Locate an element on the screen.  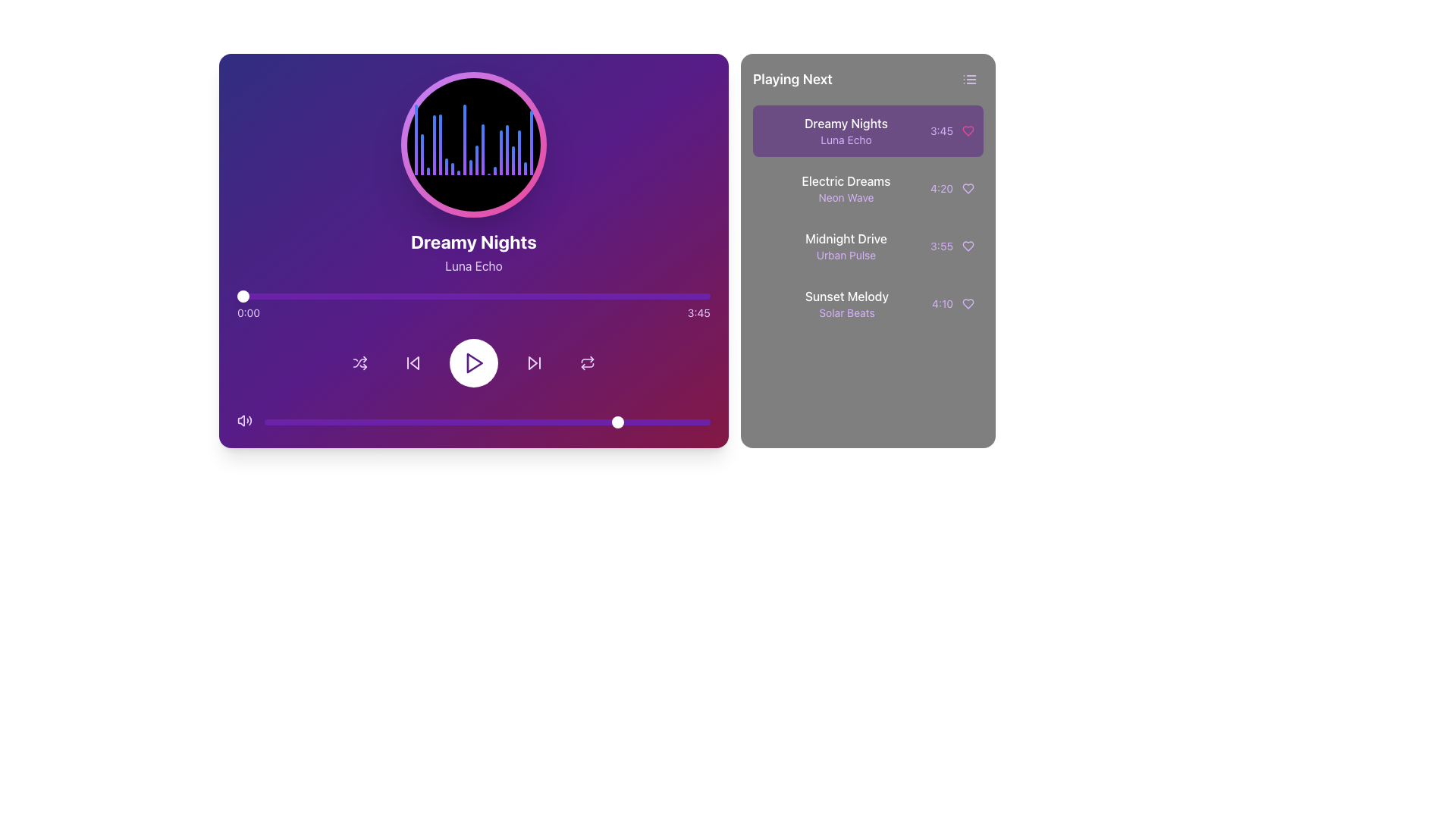
to select the music track titled 'Electric Dreams' with the subtitle 'Neon Wave' in the 'Playing Next' panel, which is the second item in the vertical list is located at coordinates (846, 188).